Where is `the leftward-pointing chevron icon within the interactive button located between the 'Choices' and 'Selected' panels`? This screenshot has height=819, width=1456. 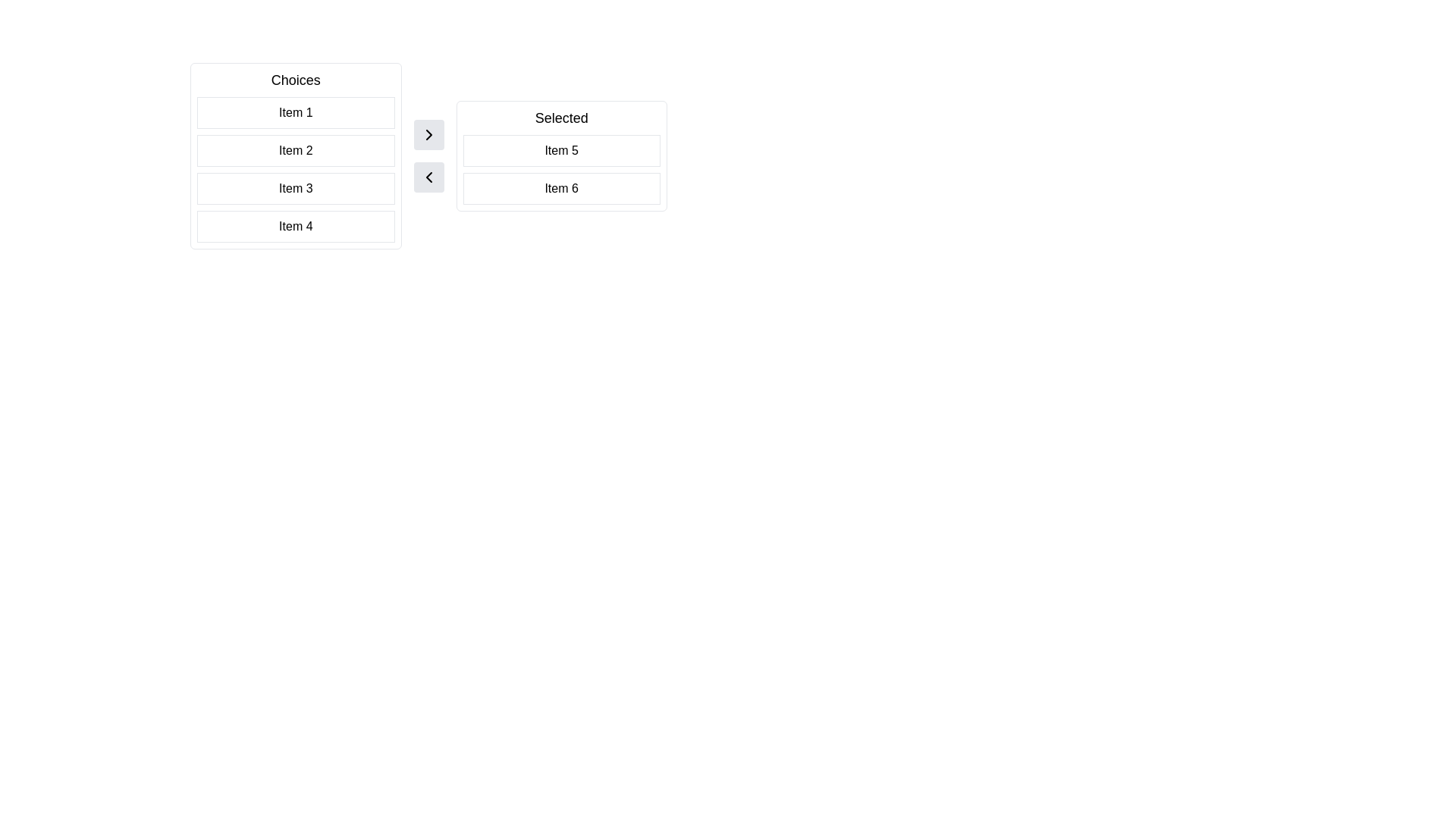 the leftward-pointing chevron icon within the interactive button located between the 'Choices' and 'Selected' panels is located at coordinates (428, 177).